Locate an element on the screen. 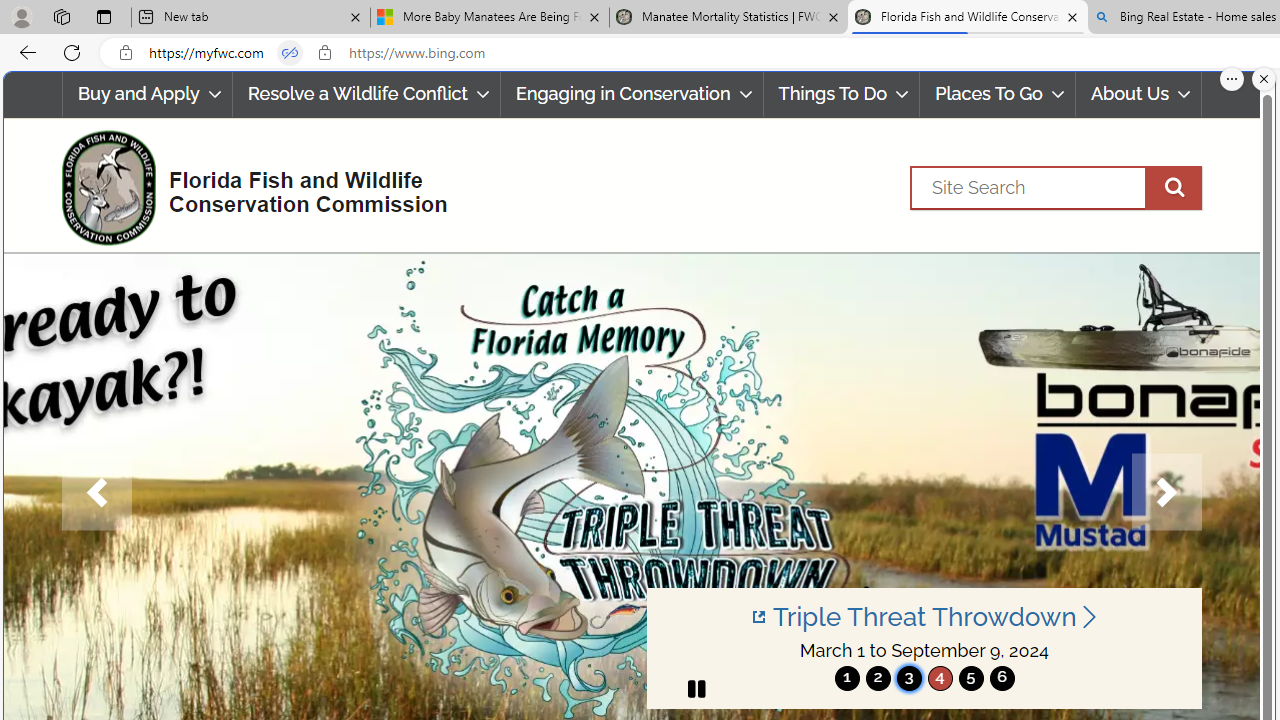 This screenshot has width=1280, height=720. 'About Us' is located at coordinates (1138, 94).